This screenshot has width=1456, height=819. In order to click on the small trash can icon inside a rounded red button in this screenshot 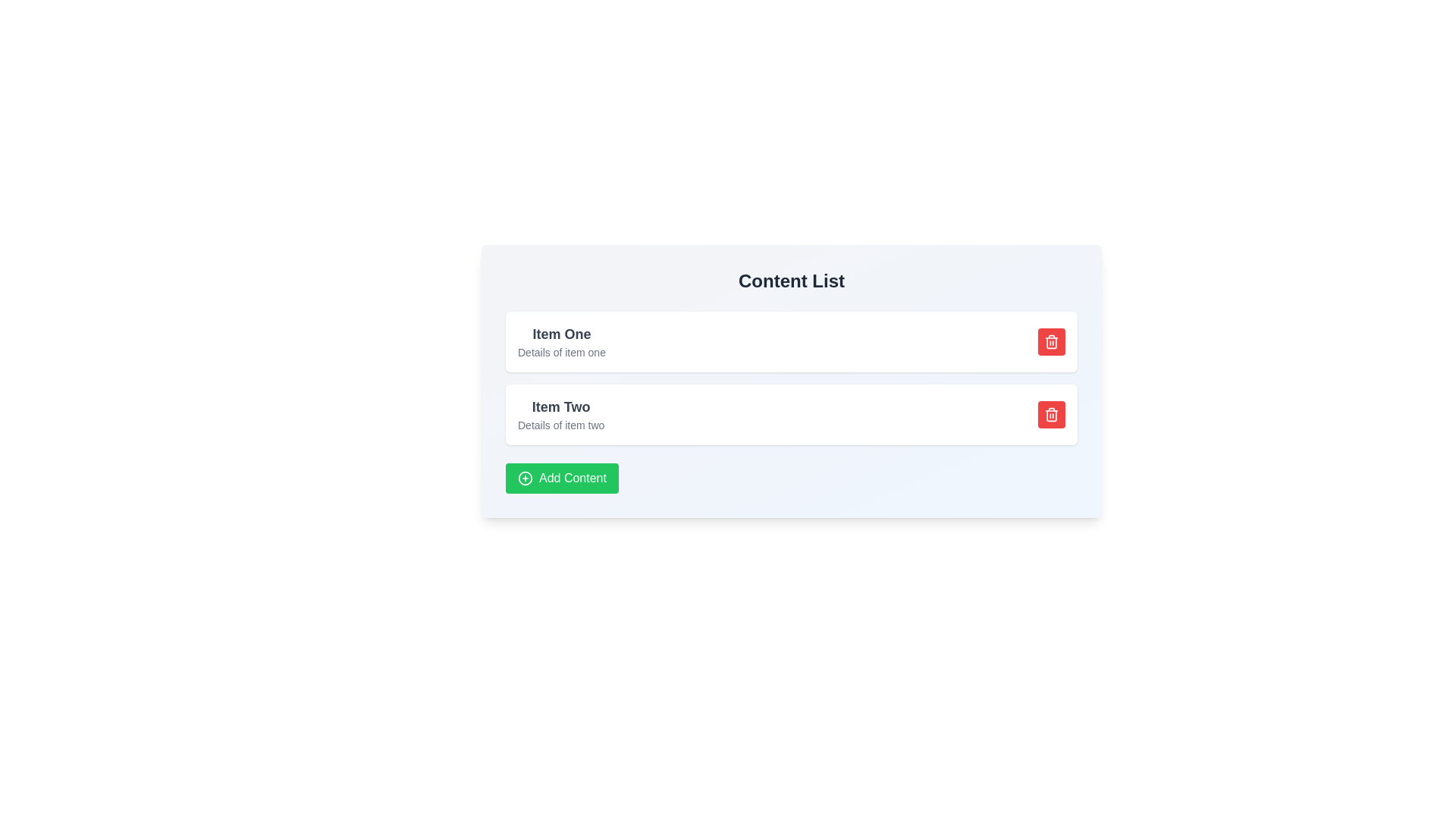, I will do `click(1051, 342)`.